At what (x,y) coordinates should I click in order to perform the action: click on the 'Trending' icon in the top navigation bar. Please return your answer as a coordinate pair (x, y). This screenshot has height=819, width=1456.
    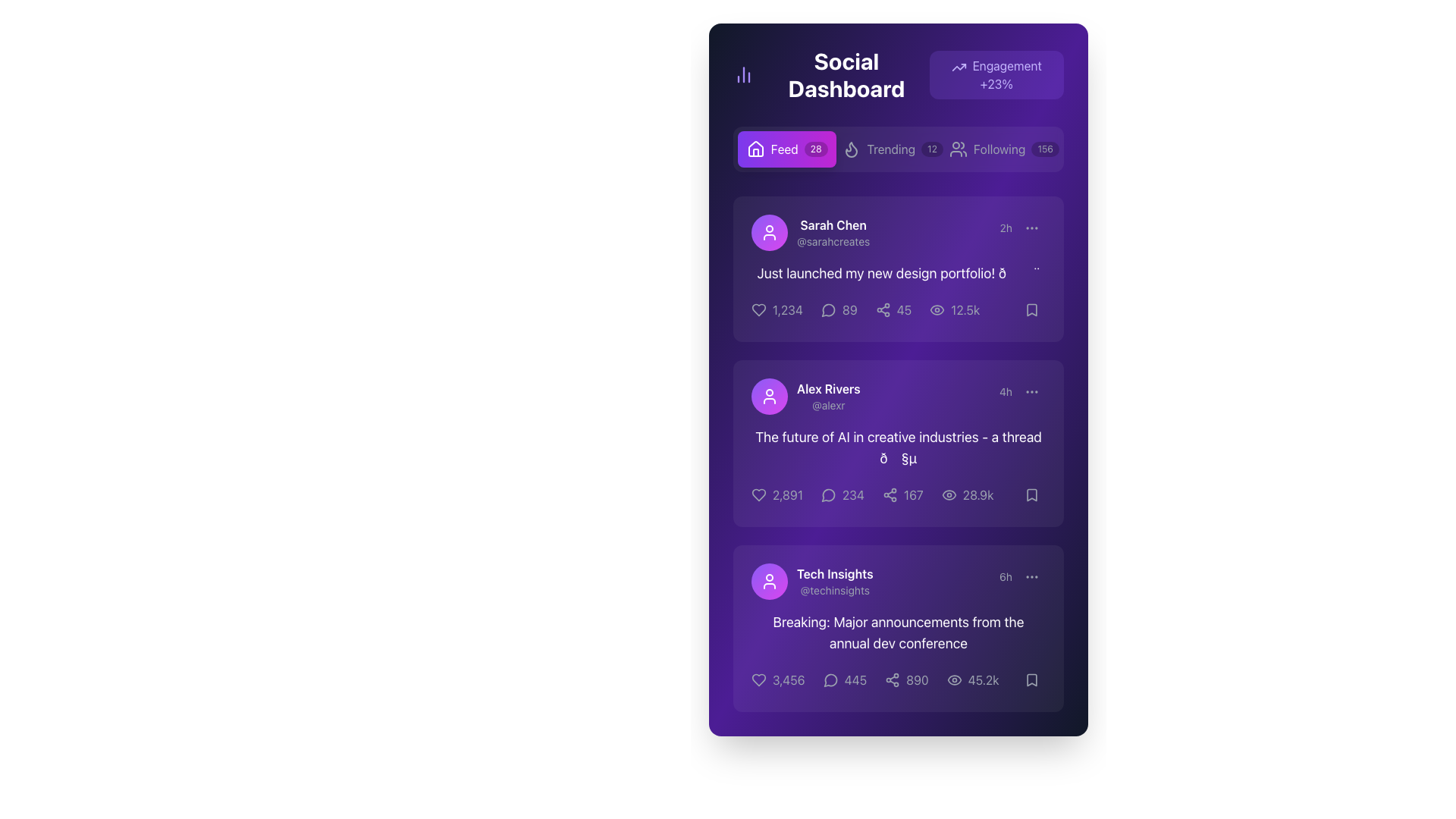
    Looking at the image, I should click on (852, 149).